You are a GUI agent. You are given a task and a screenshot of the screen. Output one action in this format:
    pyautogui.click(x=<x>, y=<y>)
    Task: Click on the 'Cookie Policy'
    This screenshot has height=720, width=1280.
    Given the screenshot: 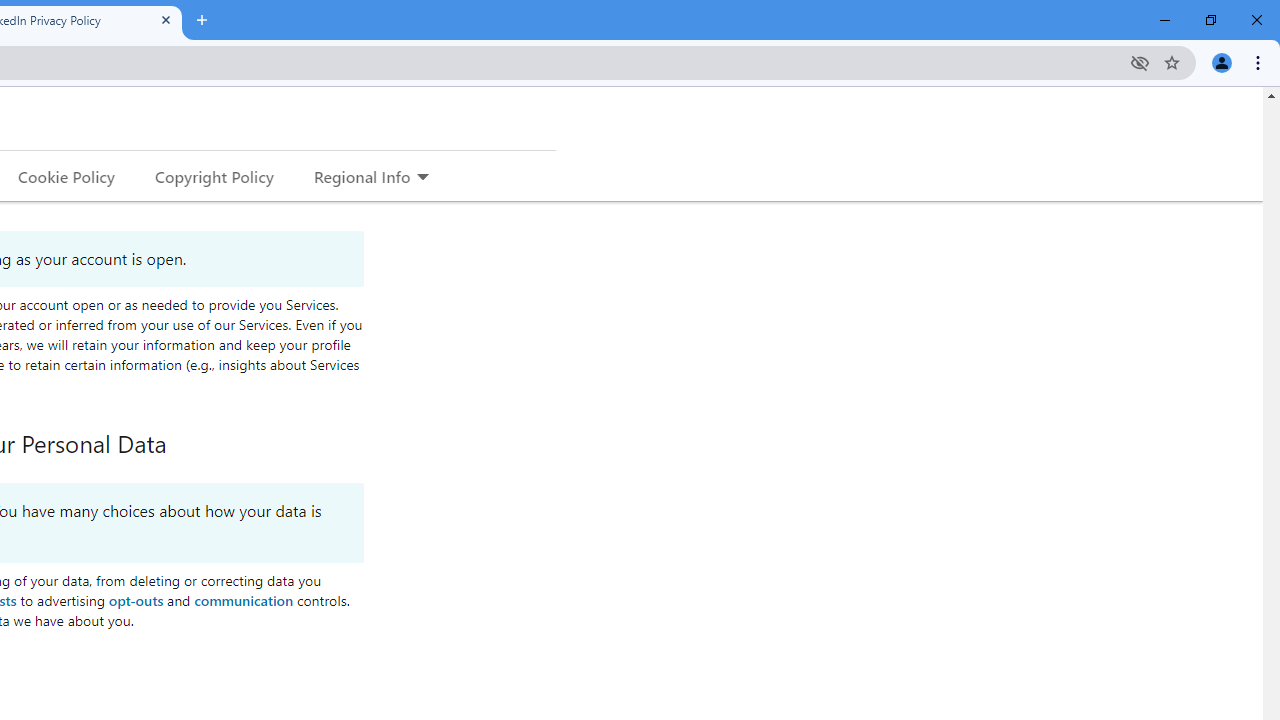 What is the action you would take?
    pyautogui.click(x=66, y=175)
    